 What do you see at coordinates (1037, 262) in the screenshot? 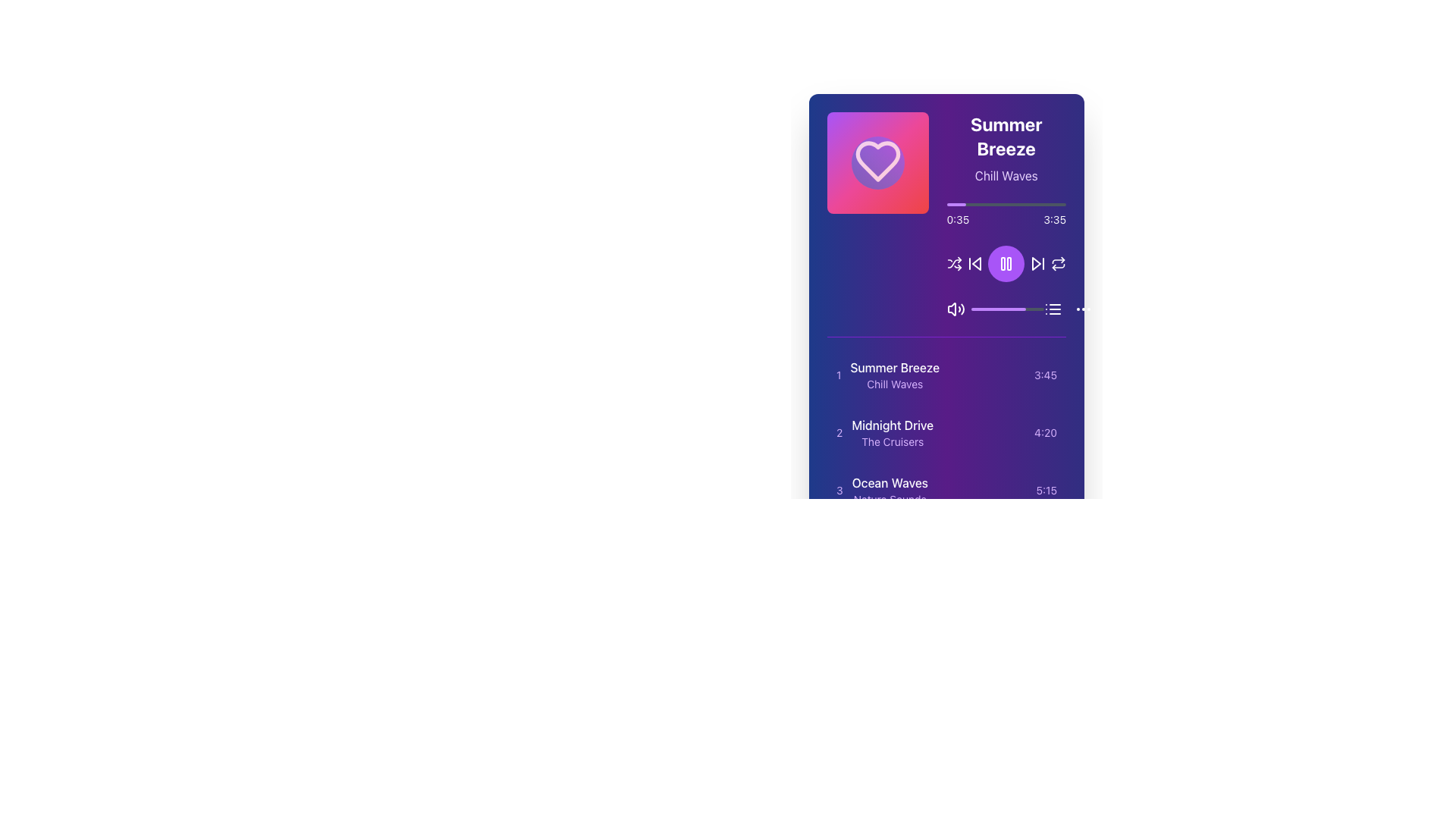
I see `the skip forward button, which is located between the play/pause button and the repeat button` at bounding box center [1037, 262].